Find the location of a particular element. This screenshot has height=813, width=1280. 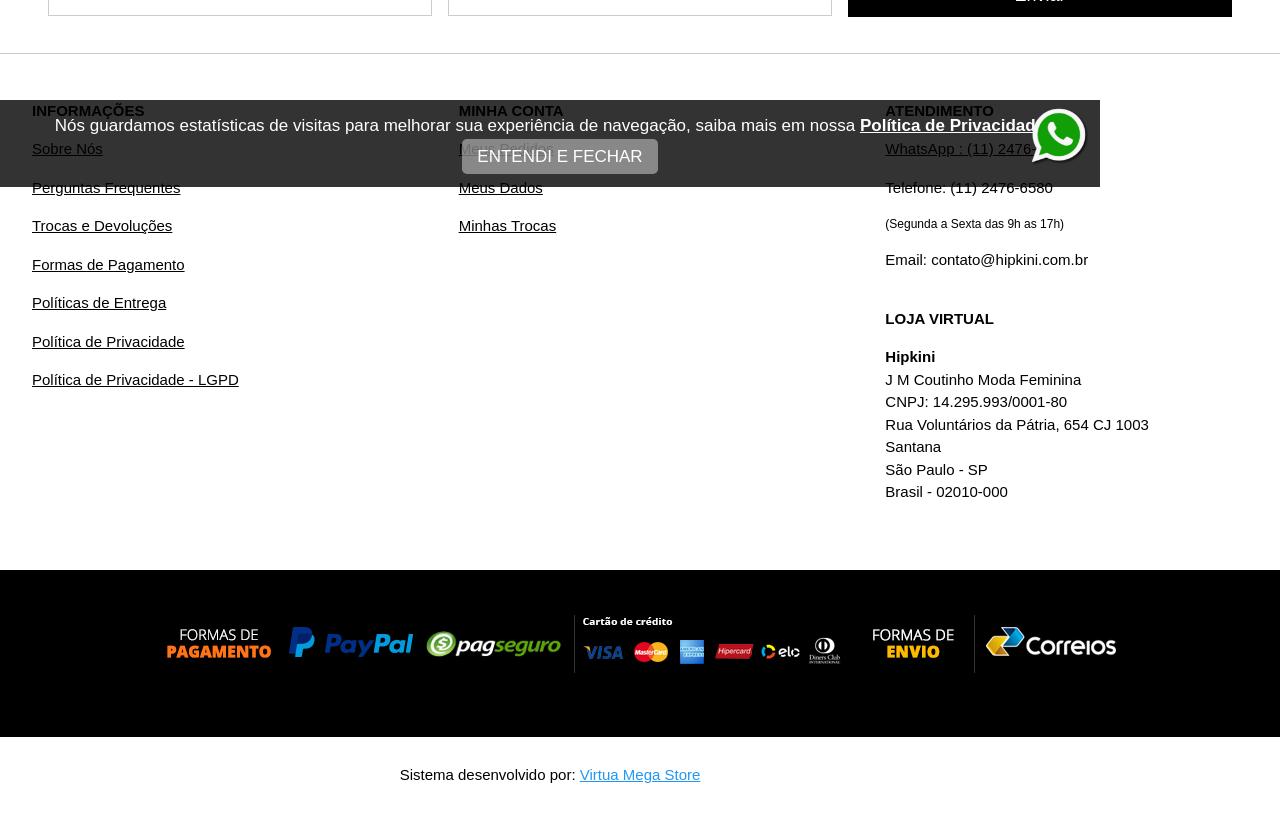

'Minhas Trocas' is located at coordinates (507, 224).